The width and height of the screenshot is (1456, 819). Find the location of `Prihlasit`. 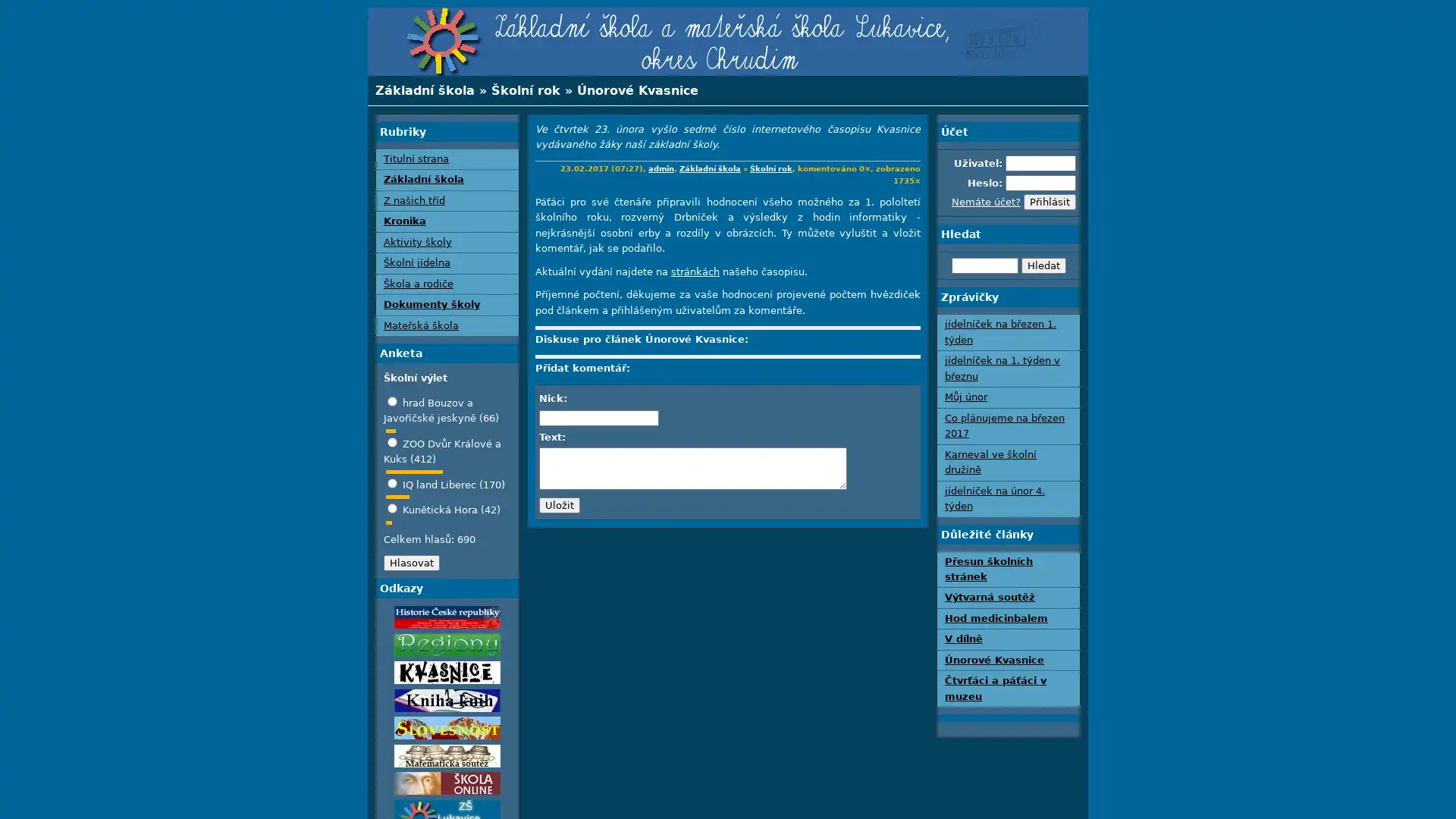

Prihlasit is located at coordinates (1049, 201).